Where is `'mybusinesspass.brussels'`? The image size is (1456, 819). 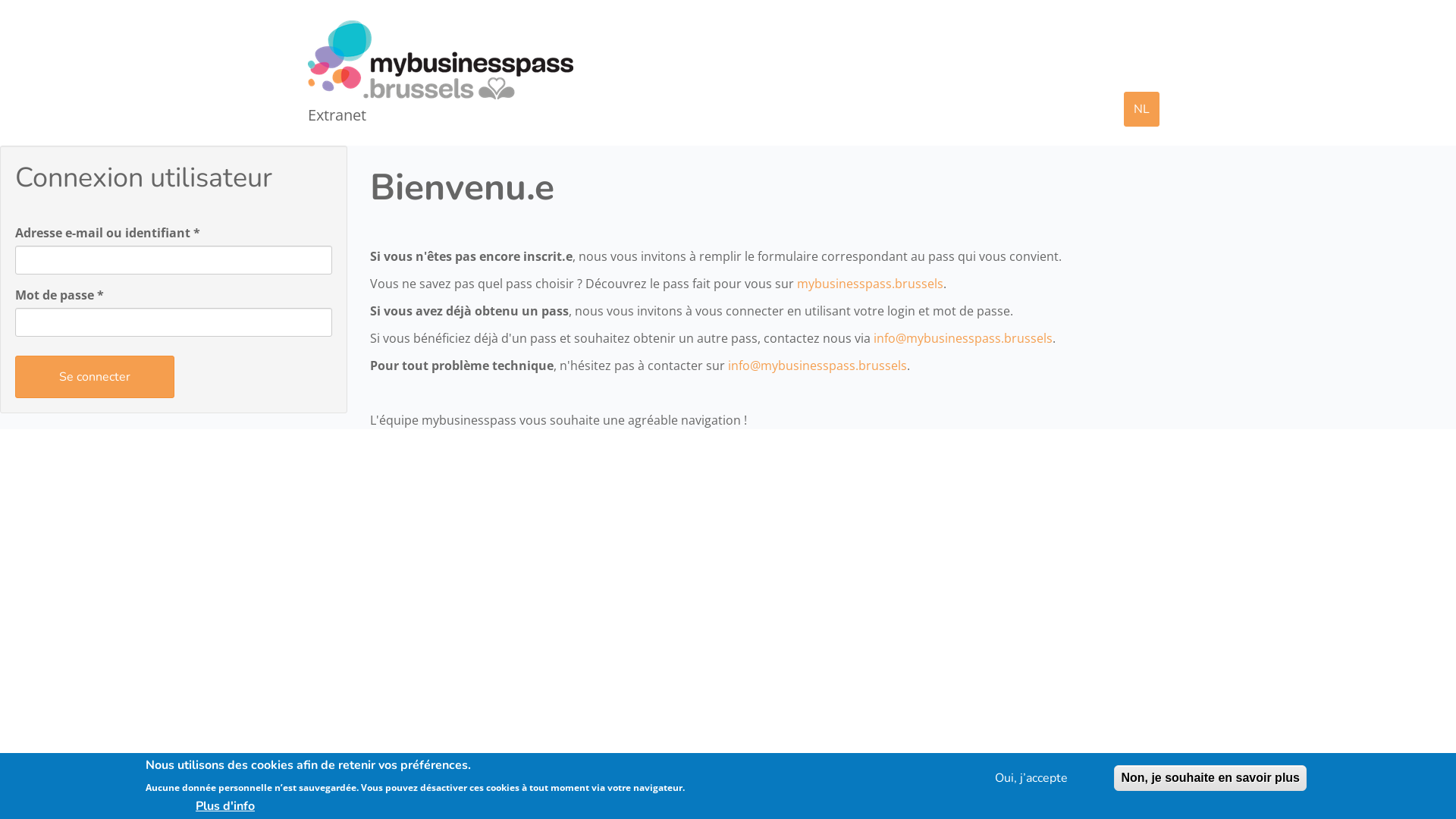 'mybusinesspass.brussels' is located at coordinates (869, 284).